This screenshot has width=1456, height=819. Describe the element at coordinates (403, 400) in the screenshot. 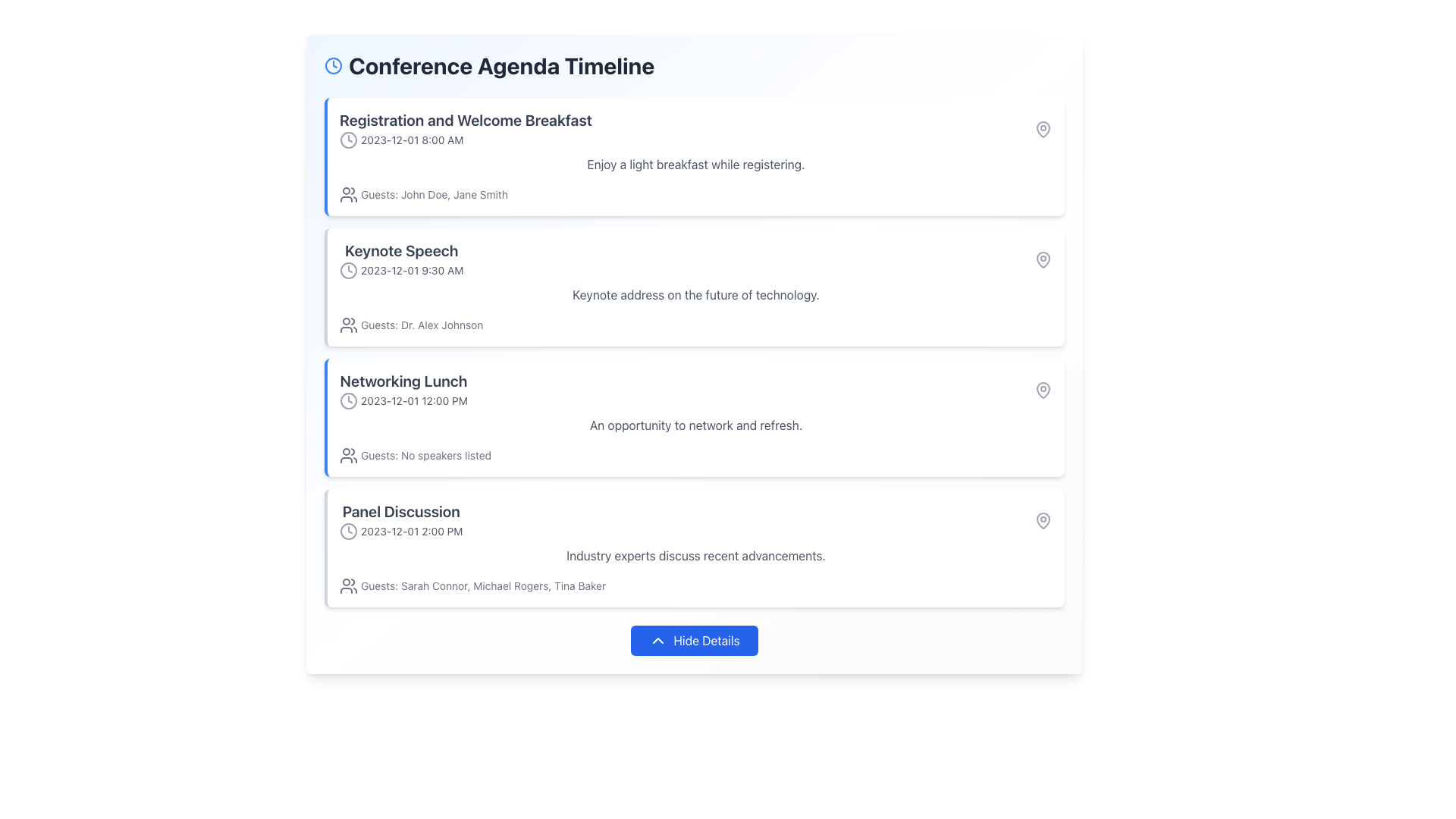

I see `time information displayed in the timestamp format '2023-12-01 12:00 PM' located under the title 'Networking Lunch' to the right of the clock icon in the third card of the events list` at that location.